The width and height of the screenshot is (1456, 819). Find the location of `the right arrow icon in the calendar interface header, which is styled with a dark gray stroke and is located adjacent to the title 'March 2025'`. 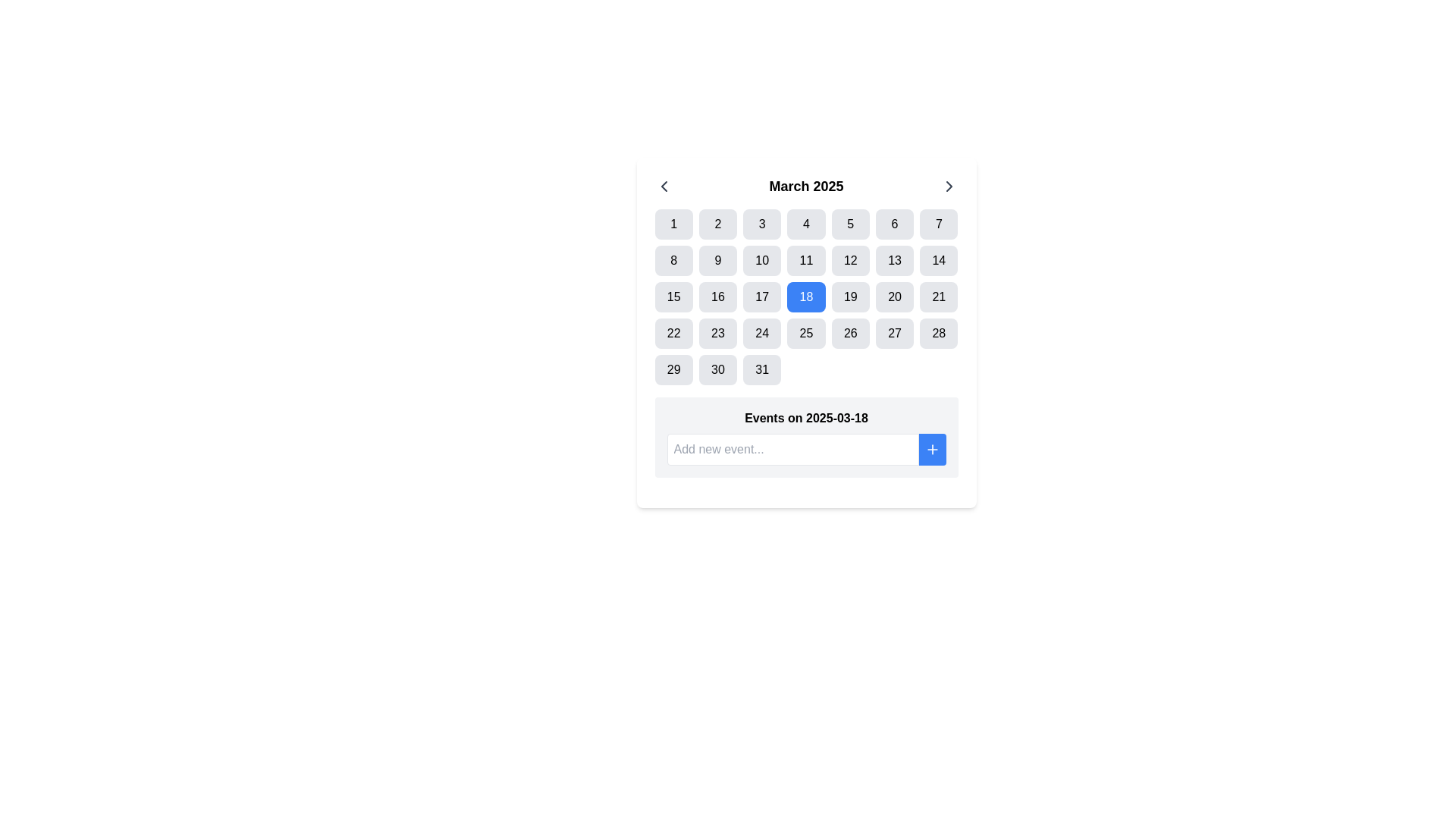

the right arrow icon in the calendar interface header, which is styled with a dark gray stroke and is located adjacent to the title 'March 2025' is located at coordinates (948, 186).